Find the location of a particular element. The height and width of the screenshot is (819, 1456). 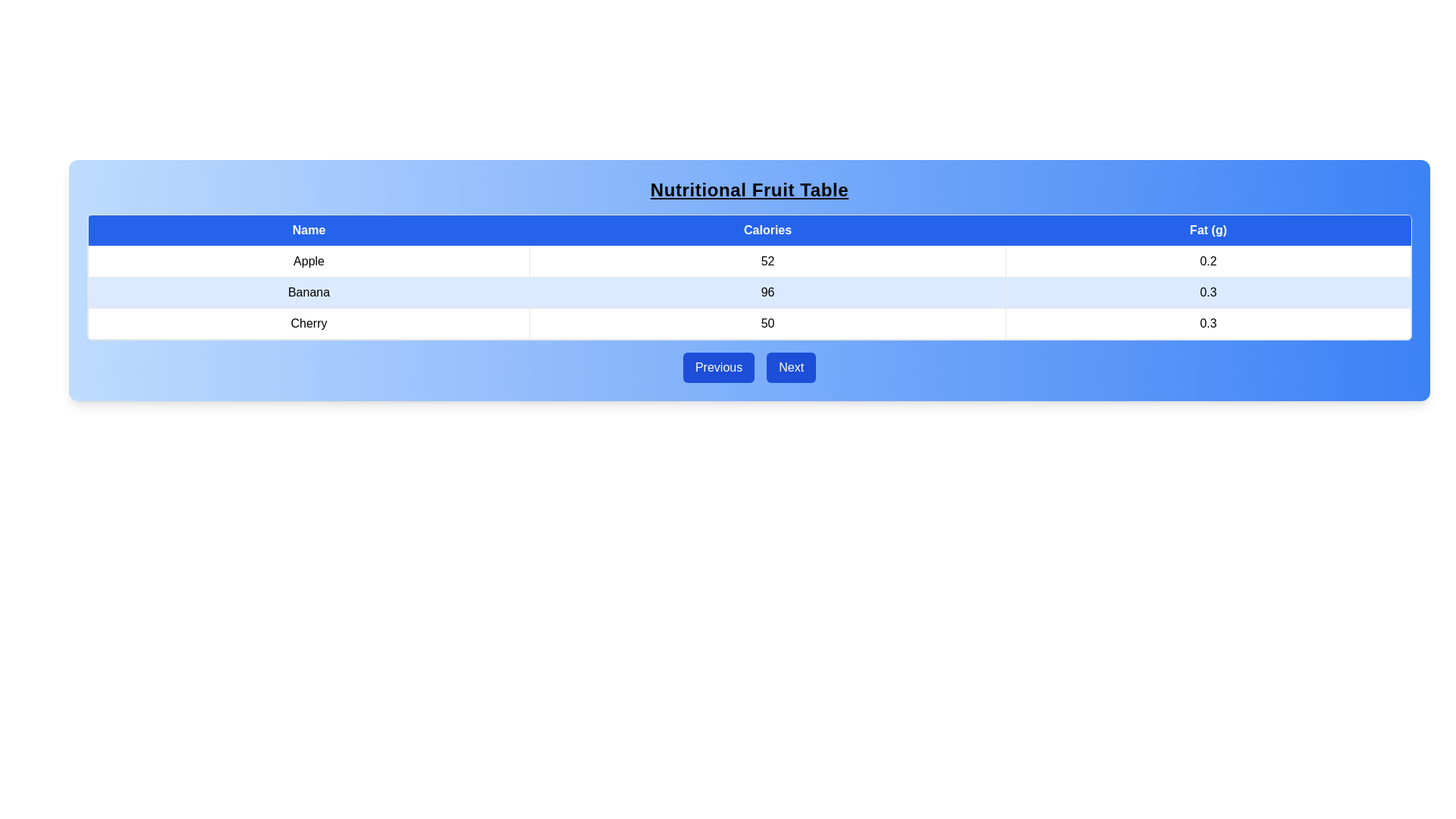

text from the Table Header Cell, which is the leftmost header of the table that labels the names of the items listed beneath it is located at coordinates (308, 231).